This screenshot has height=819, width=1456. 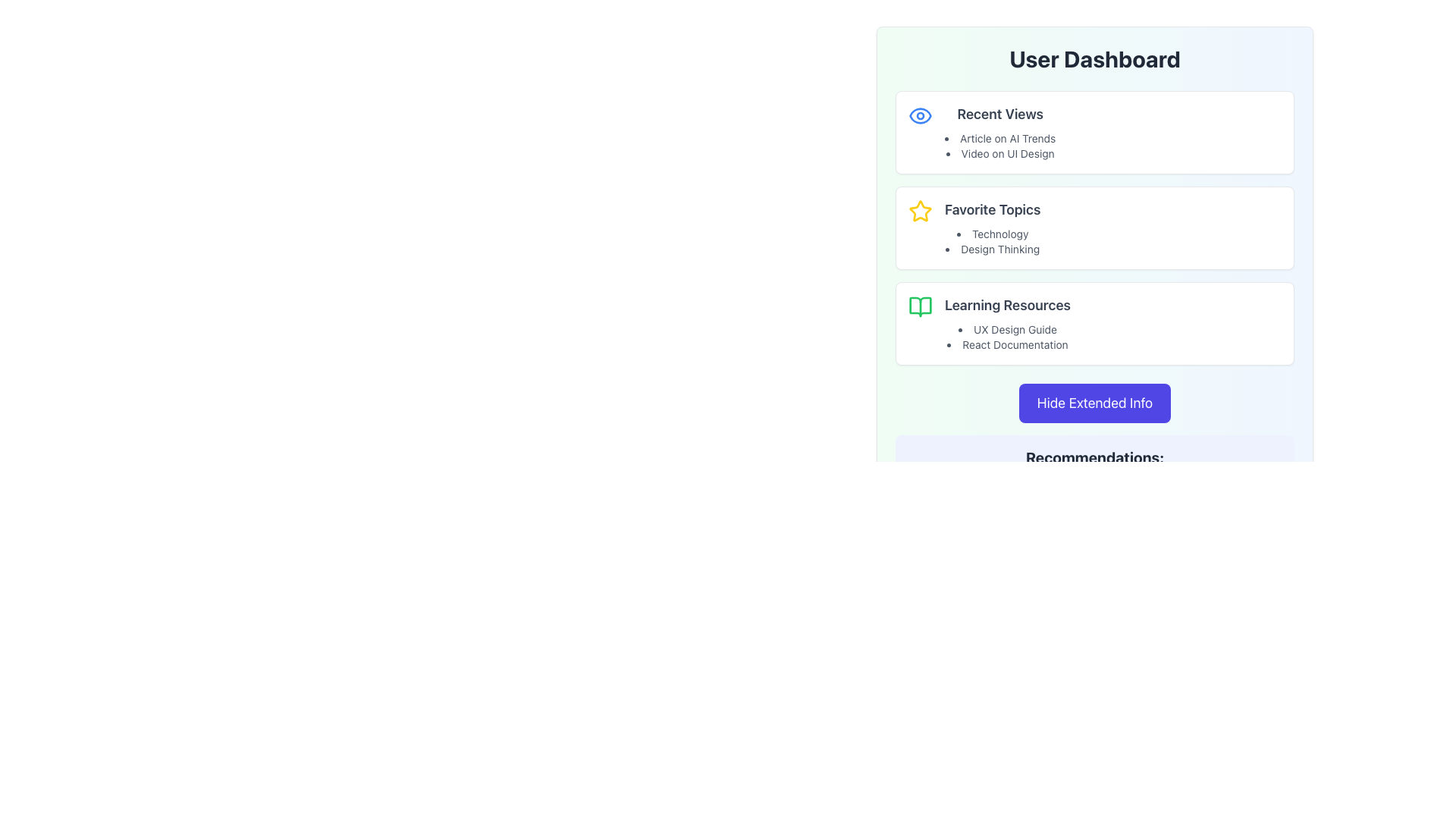 I want to click on the links on the third card in the vertical list under the 'User Dashboard' section, so click(x=1095, y=323).